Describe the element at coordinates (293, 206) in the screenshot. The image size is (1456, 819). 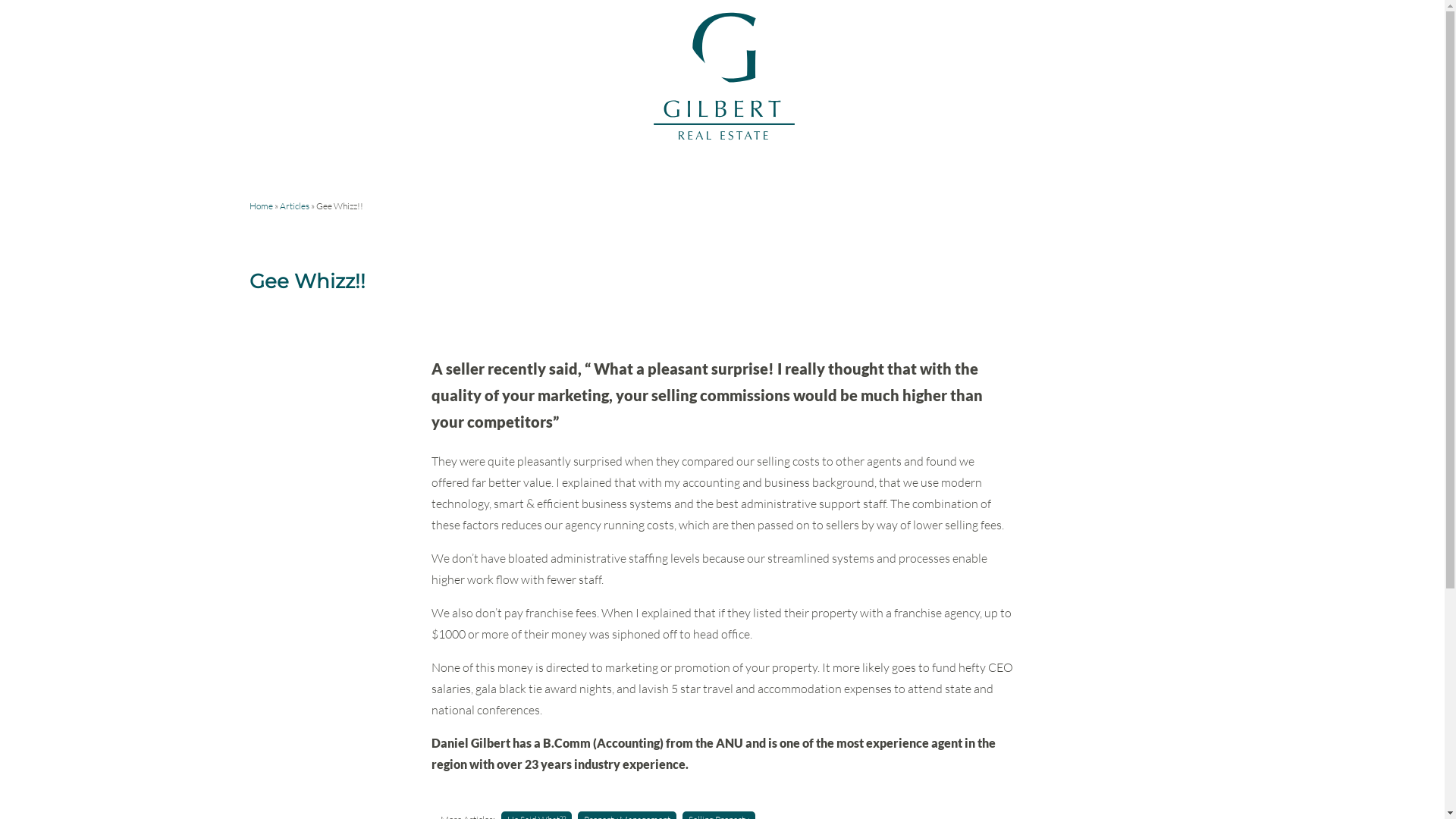
I see `'Articles'` at that location.